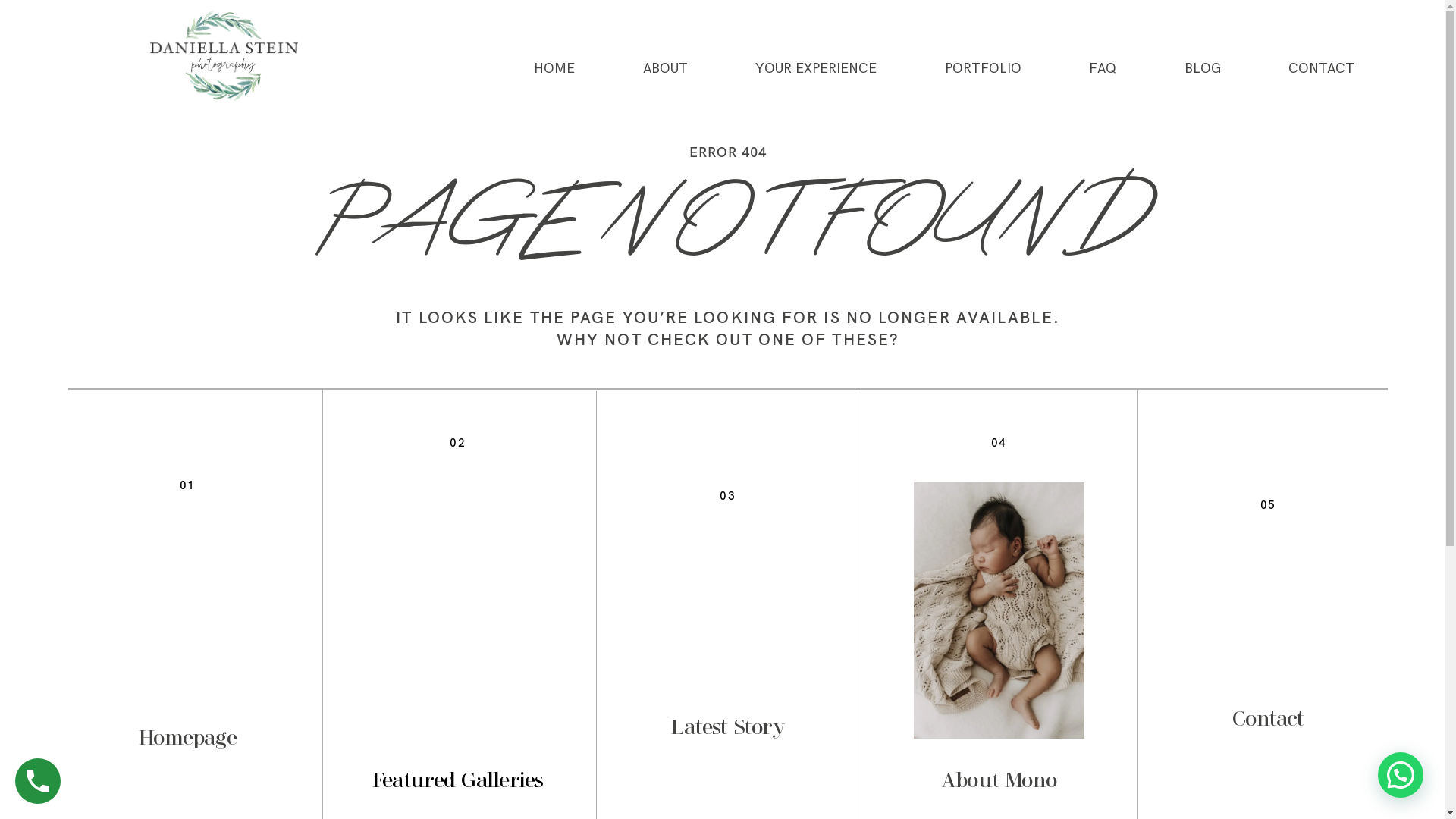 Image resolution: width=1456 pixels, height=819 pixels. What do you see at coordinates (814, 69) in the screenshot?
I see `'YOUR EXPERIENCE'` at bounding box center [814, 69].